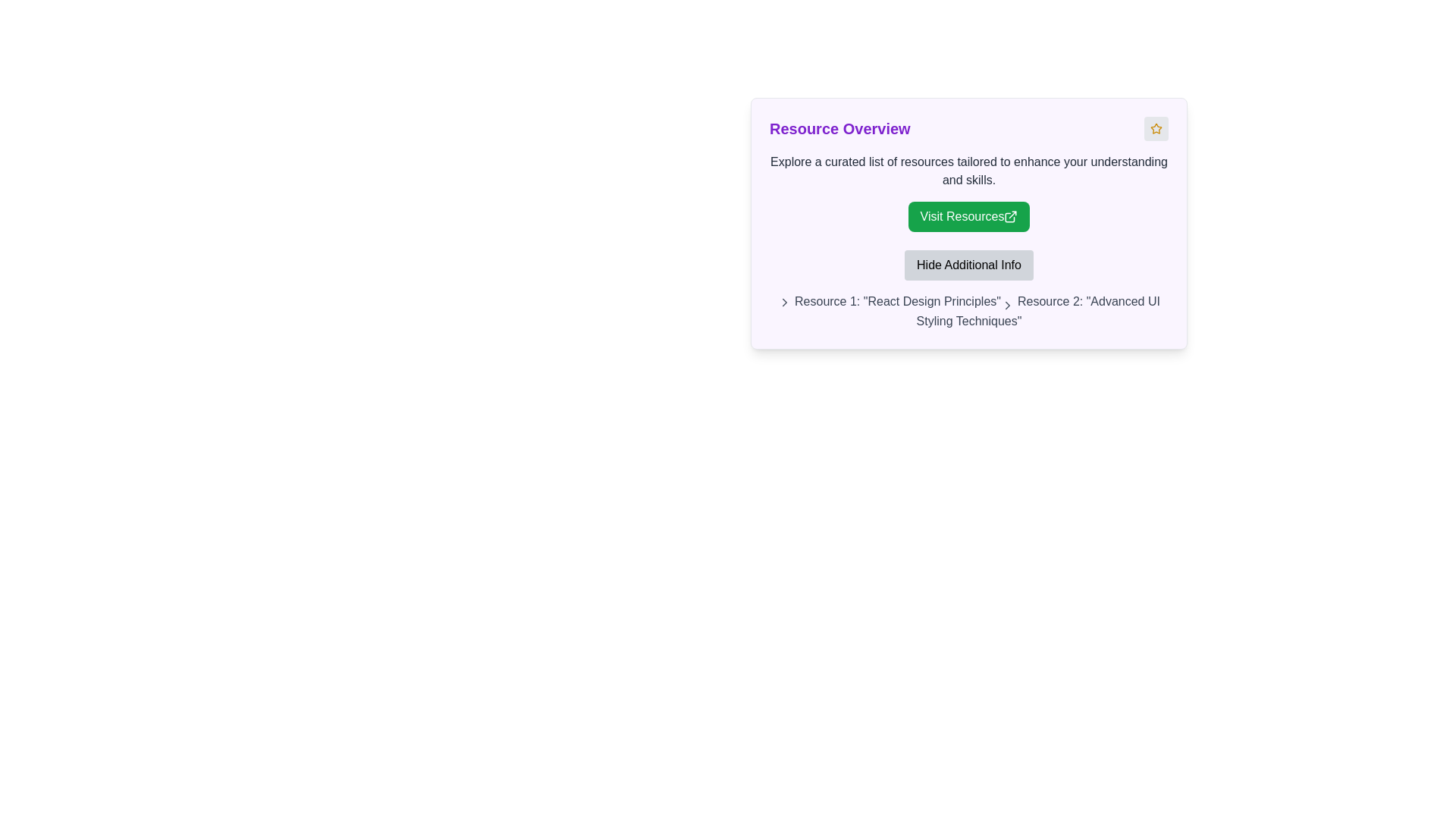 The height and width of the screenshot is (819, 1456). I want to click on the star icon located in the top-right corner of the purple panel labeled 'Resource Overview', which serves as a decorative element to indicate prominence, so click(1156, 127).